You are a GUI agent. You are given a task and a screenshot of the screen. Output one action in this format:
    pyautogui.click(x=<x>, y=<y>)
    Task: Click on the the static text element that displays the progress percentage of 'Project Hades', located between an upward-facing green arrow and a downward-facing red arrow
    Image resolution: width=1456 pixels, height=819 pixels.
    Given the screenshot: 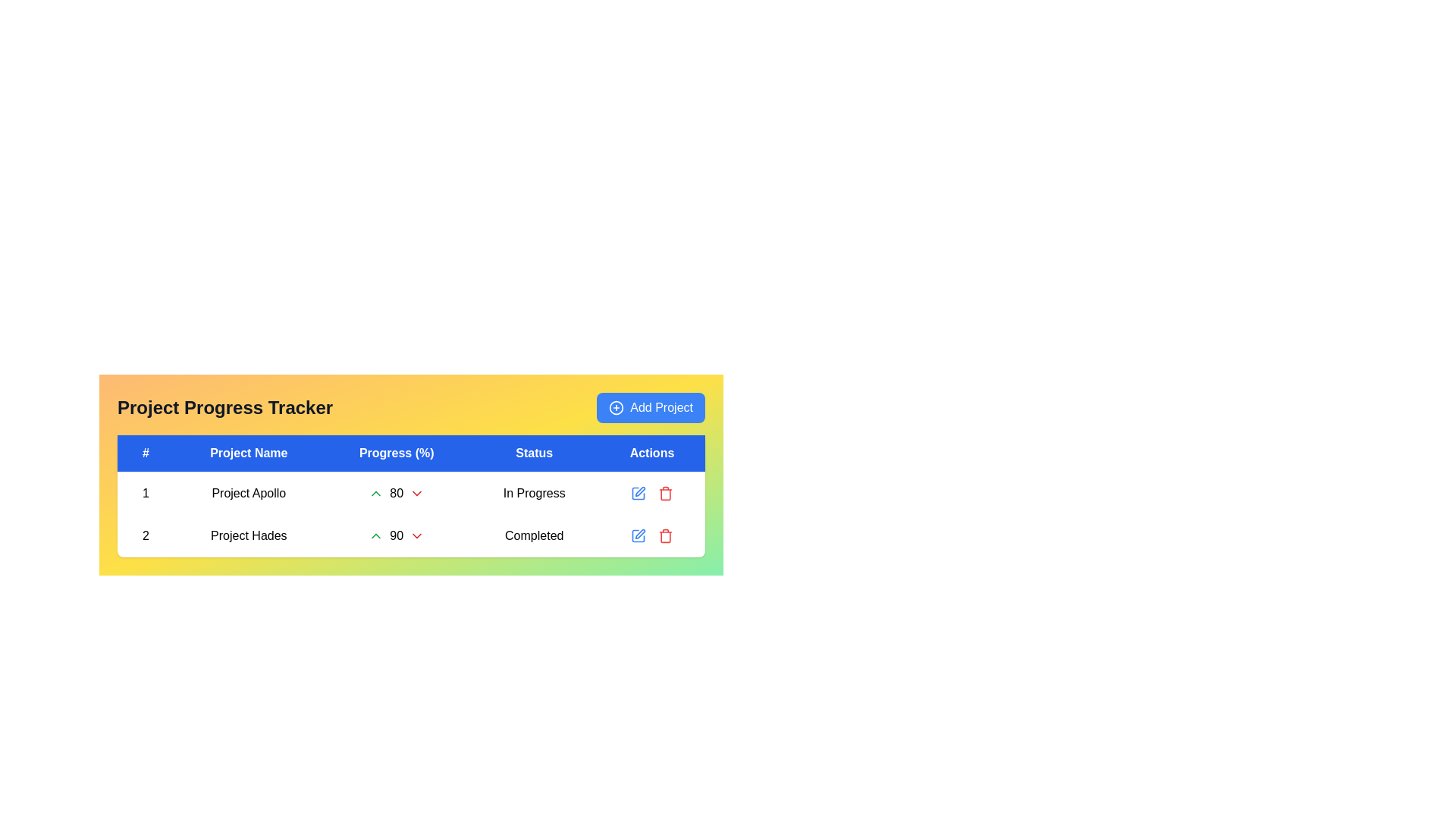 What is the action you would take?
    pyautogui.click(x=397, y=535)
    